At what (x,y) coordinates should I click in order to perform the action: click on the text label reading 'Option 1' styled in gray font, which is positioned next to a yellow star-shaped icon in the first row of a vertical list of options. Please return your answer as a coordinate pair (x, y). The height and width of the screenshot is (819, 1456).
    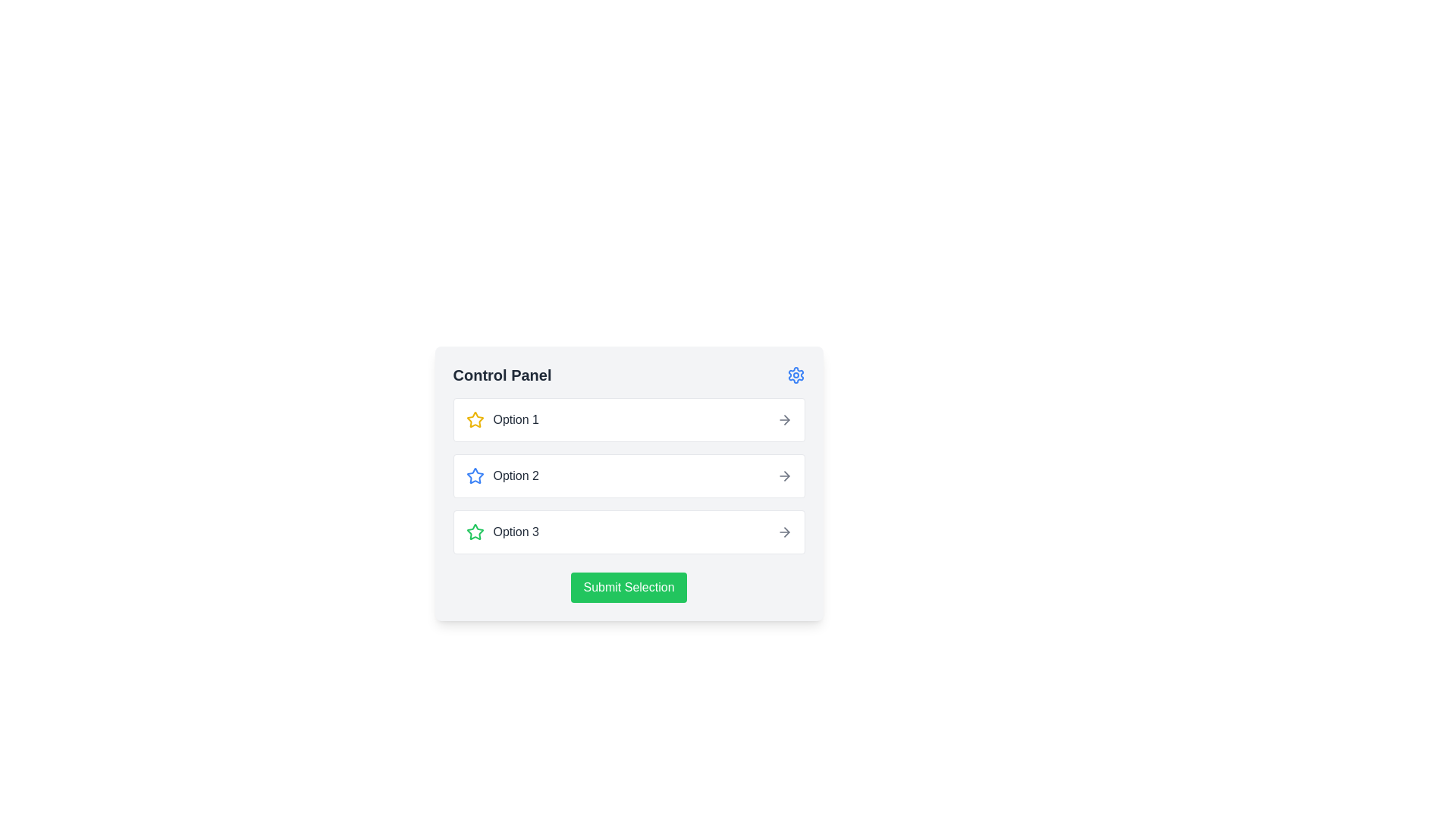
    Looking at the image, I should click on (516, 420).